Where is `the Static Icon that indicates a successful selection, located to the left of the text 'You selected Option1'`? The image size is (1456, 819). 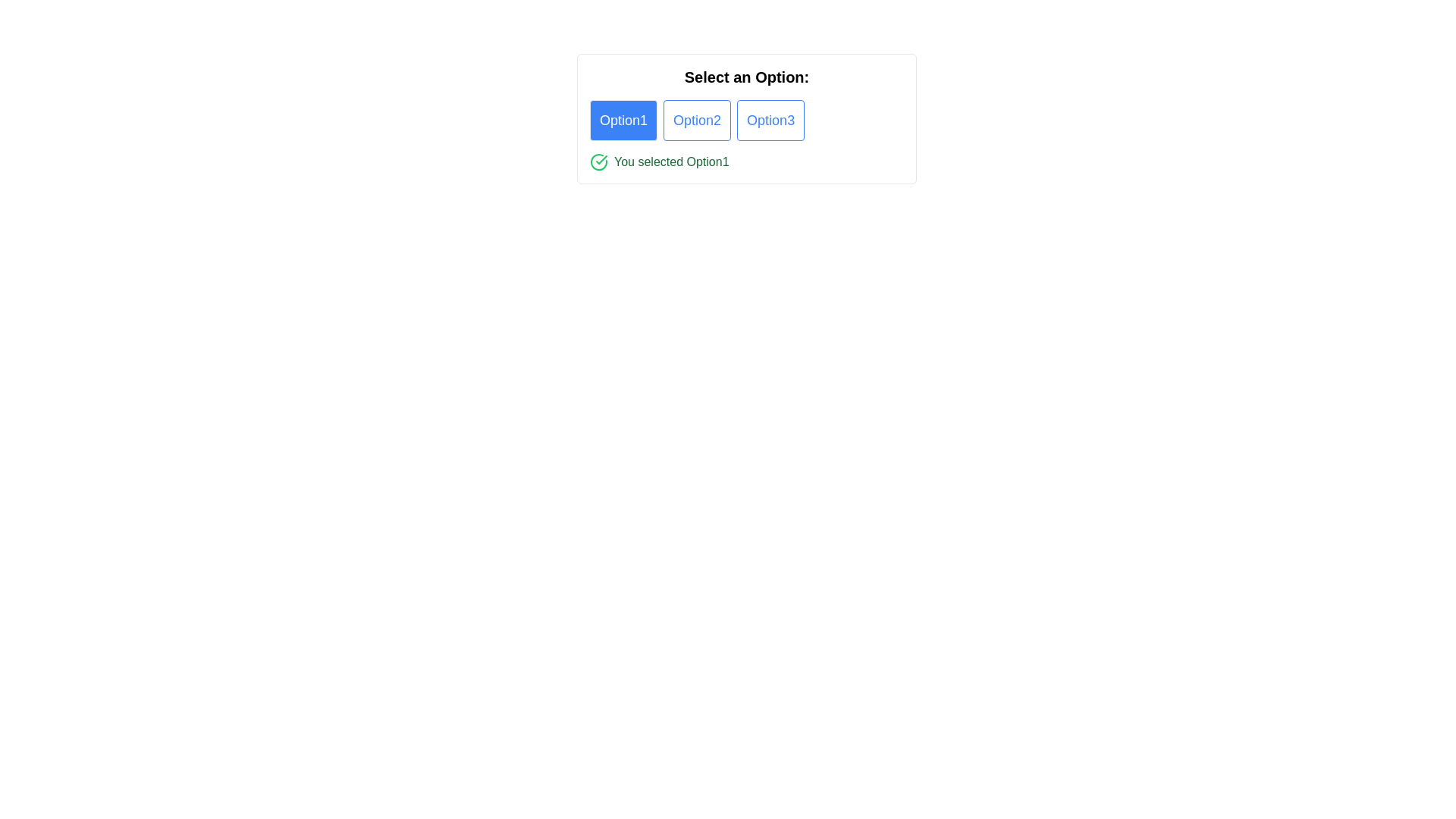
the Static Icon that indicates a successful selection, located to the left of the text 'You selected Option1' is located at coordinates (598, 162).